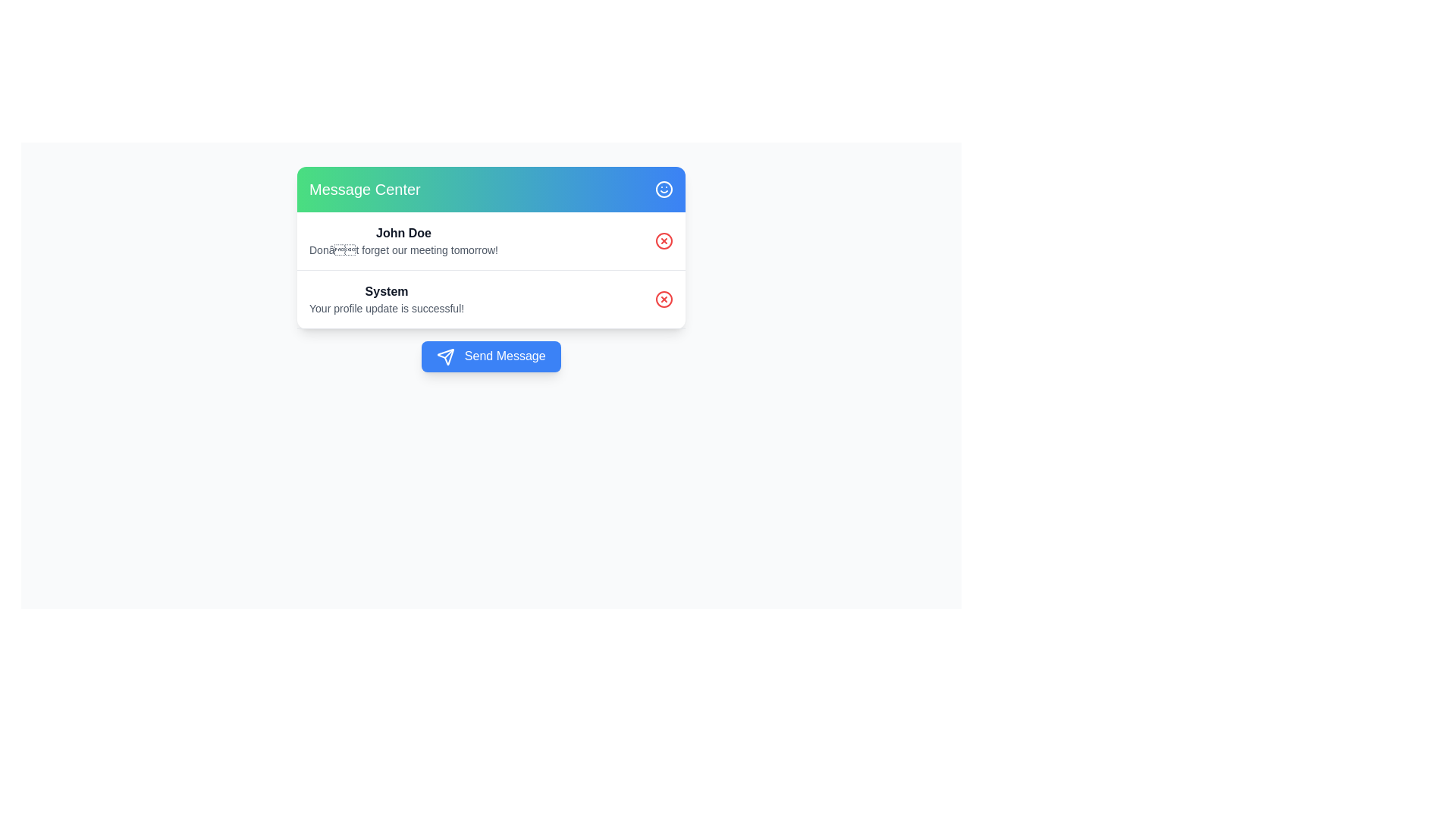 This screenshot has height=819, width=1456. Describe the element at coordinates (387, 292) in the screenshot. I see `the bold text label displaying 'System' in dark gray color located in the 'Message Center', which is the first line of a two-line message block` at that location.